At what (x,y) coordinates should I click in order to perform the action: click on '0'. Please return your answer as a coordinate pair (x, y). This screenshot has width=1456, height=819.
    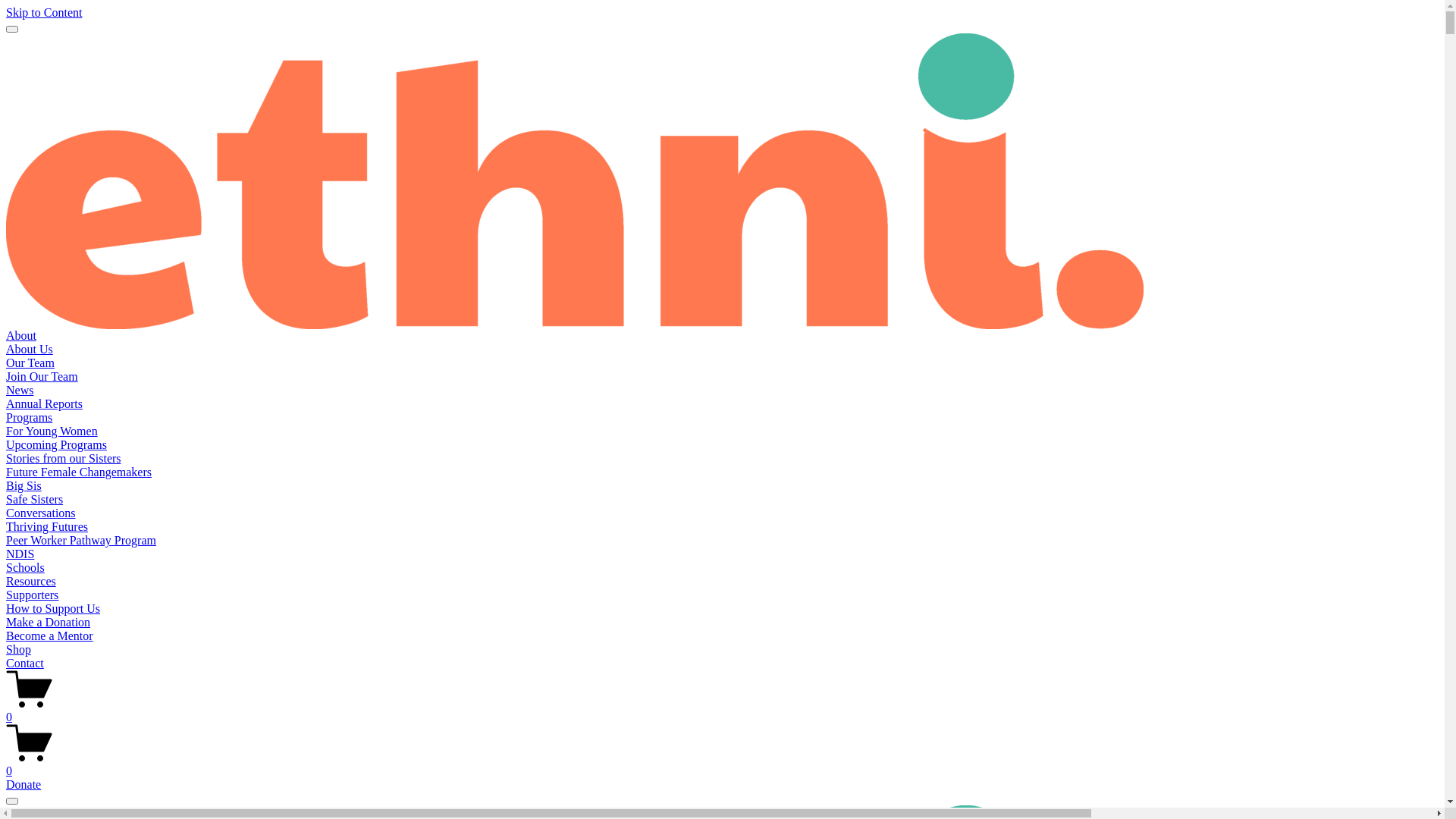
    Looking at the image, I should click on (721, 711).